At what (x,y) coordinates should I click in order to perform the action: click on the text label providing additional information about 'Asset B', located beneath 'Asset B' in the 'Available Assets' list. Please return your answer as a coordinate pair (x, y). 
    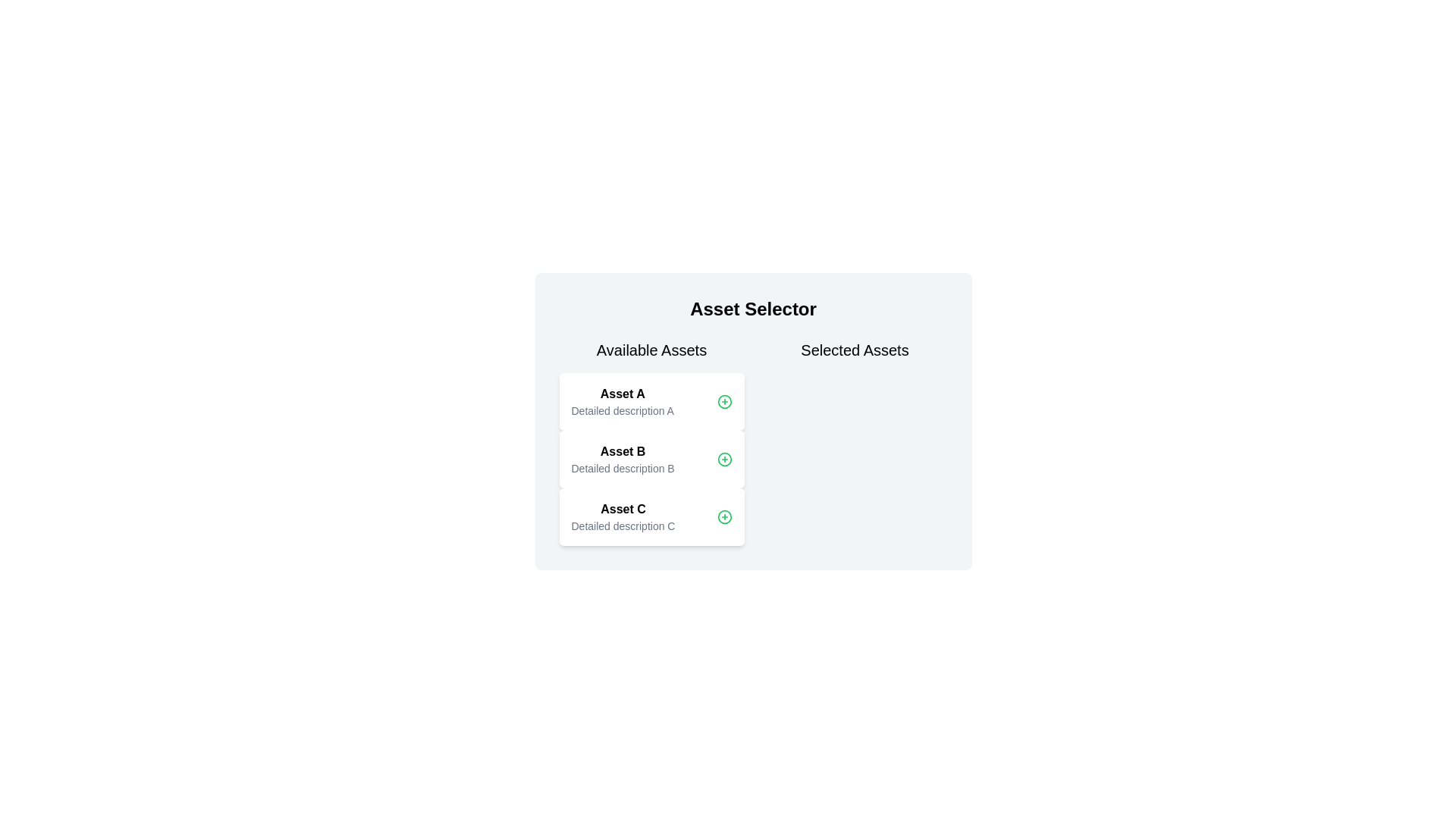
    Looking at the image, I should click on (623, 467).